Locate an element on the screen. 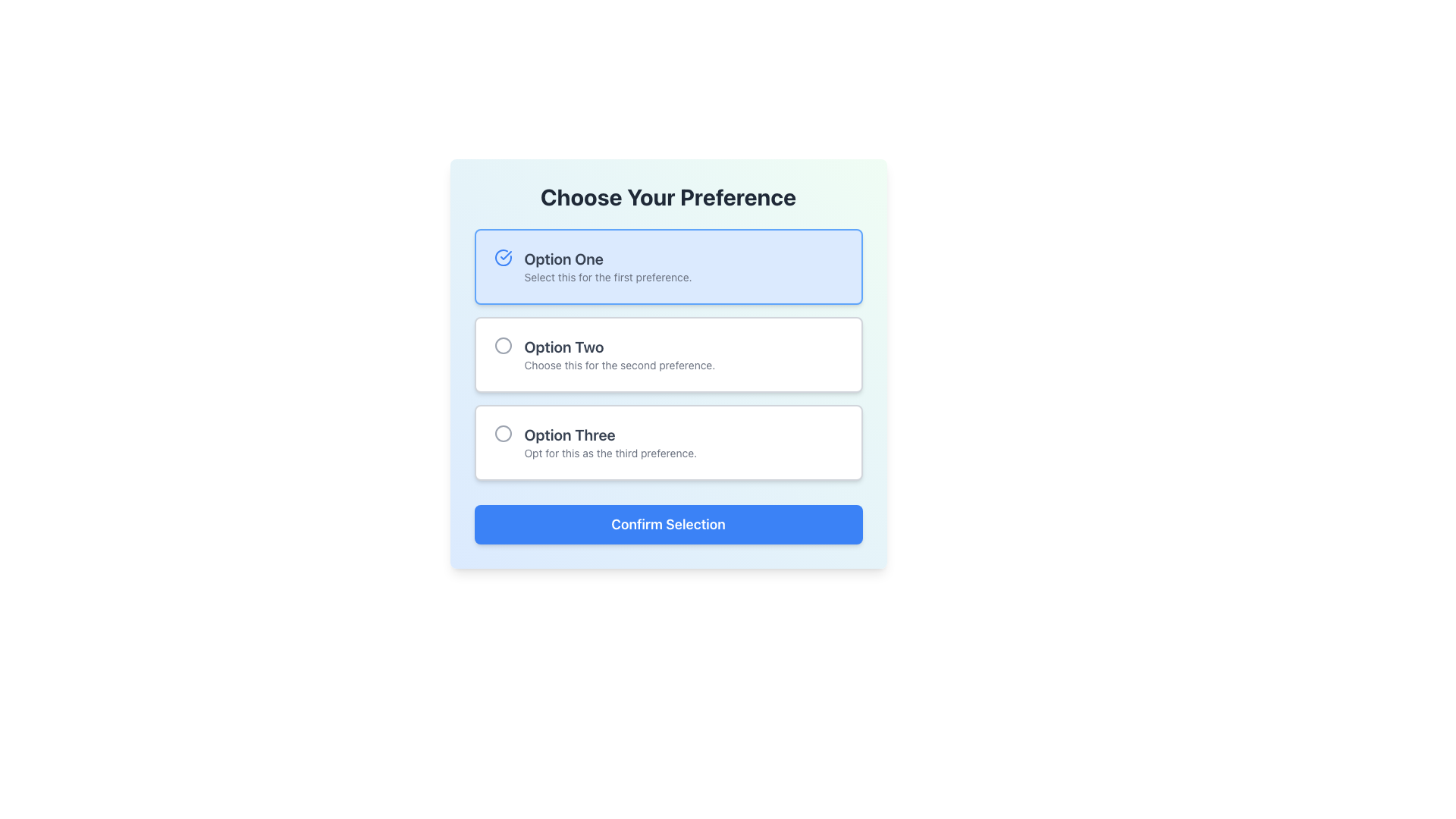 This screenshot has height=819, width=1456. the highlighted radio button option labeled 'Option Two' in the radio button group titled 'Choose Your Preference' is located at coordinates (667, 354).